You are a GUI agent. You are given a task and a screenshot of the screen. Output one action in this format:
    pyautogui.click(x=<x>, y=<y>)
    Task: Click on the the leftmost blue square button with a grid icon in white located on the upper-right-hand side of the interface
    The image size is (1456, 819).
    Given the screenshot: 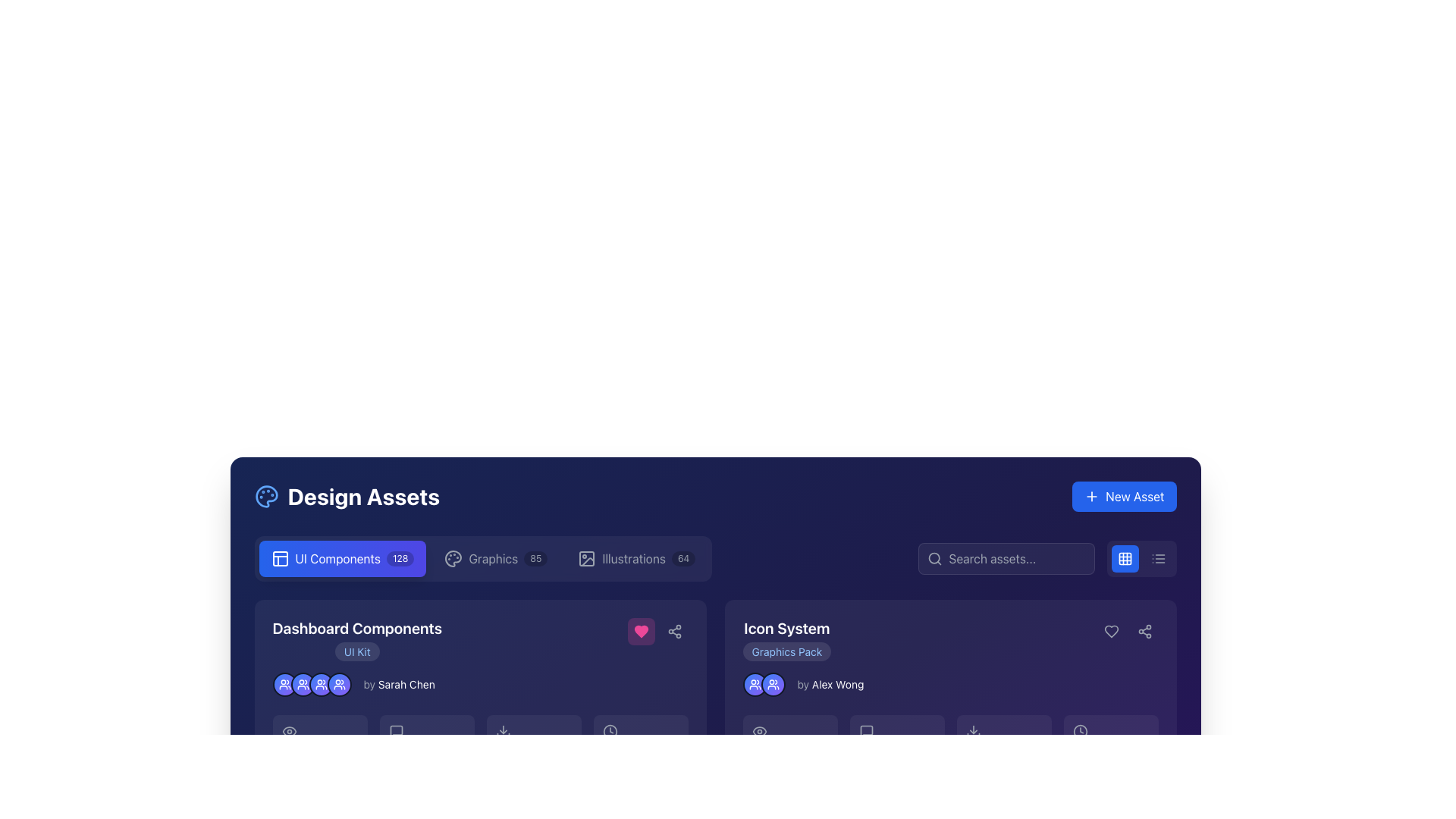 What is the action you would take?
    pyautogui.click(x=1125, y=558)
    